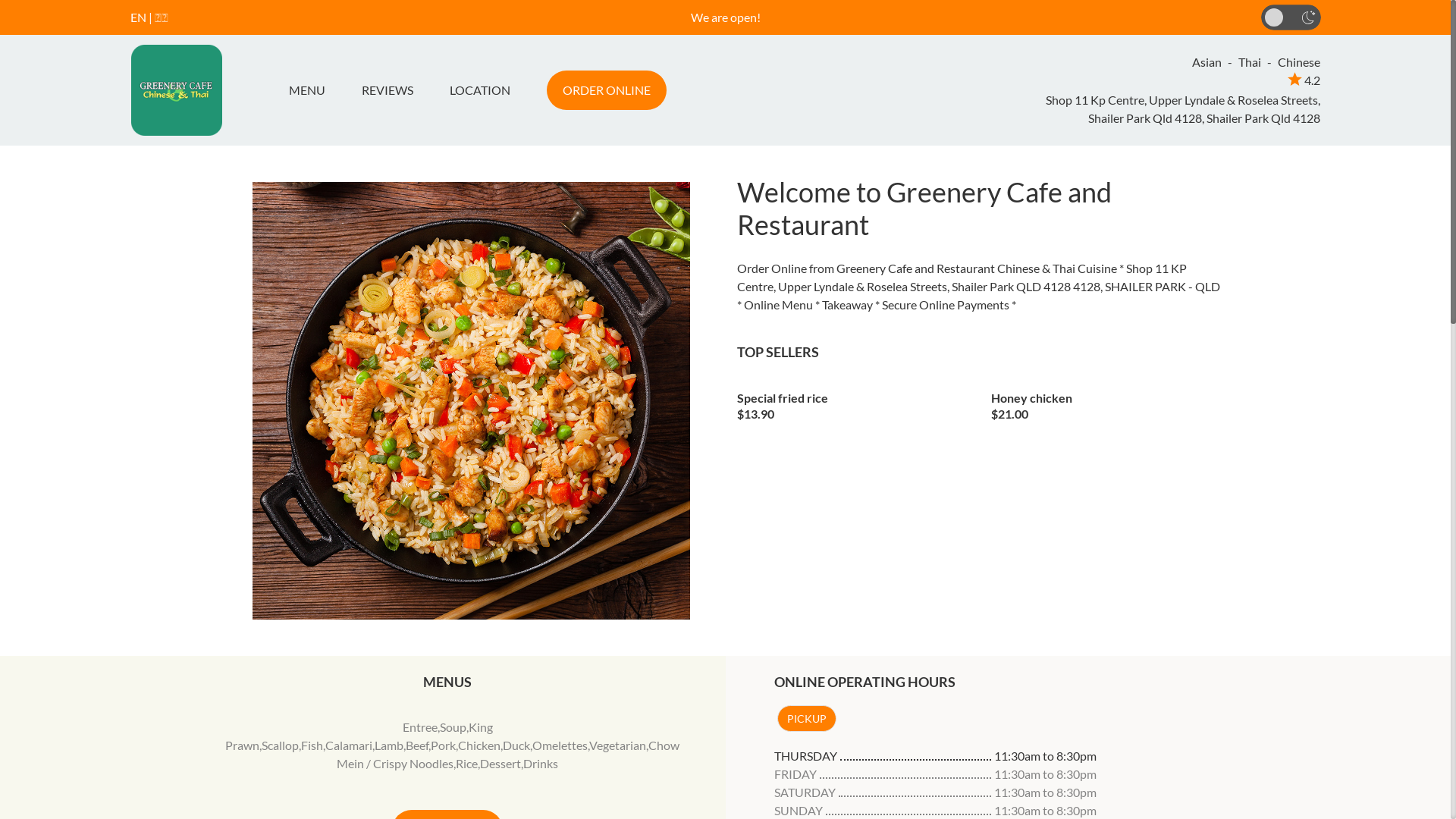  I want to click on 'MENU', so click(282, 90).